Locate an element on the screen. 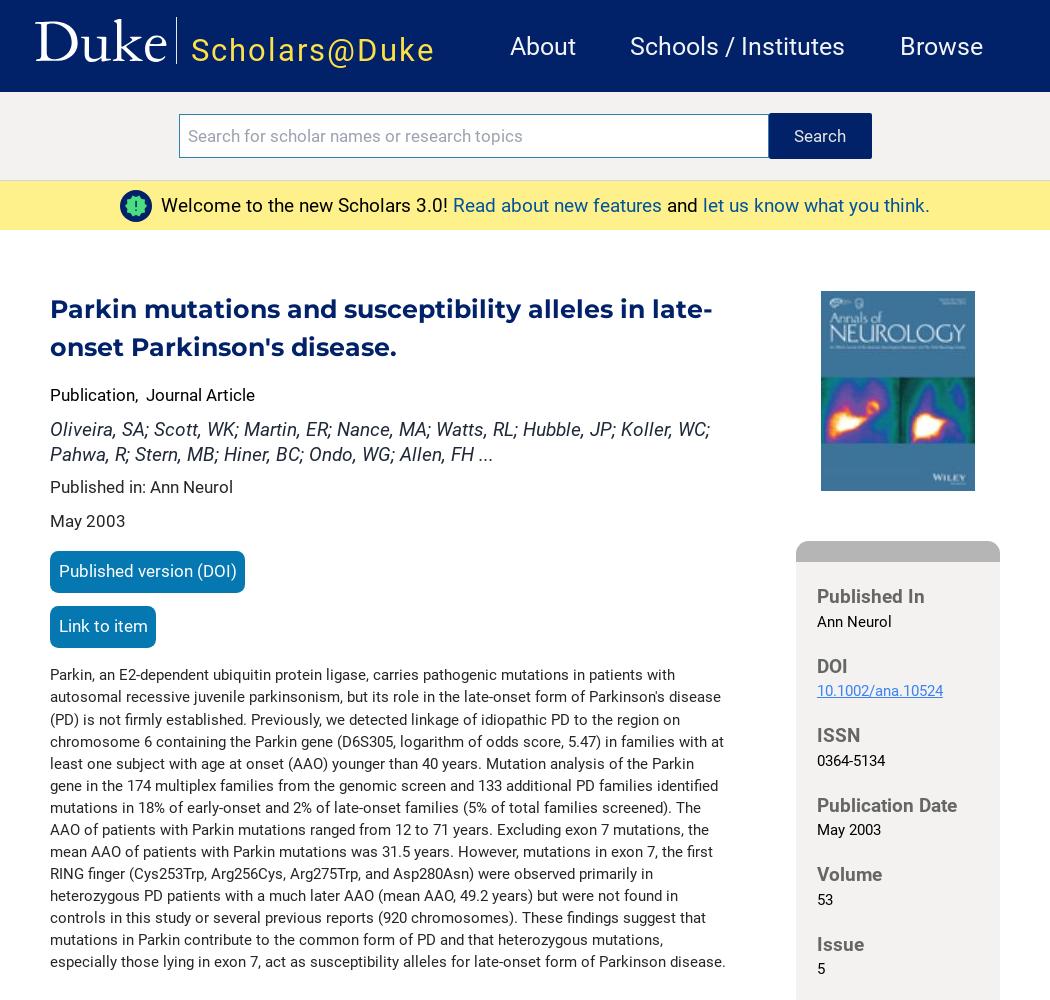  'Welcome to the new Scholars 3.0!' is located at coordinates (305, 203).